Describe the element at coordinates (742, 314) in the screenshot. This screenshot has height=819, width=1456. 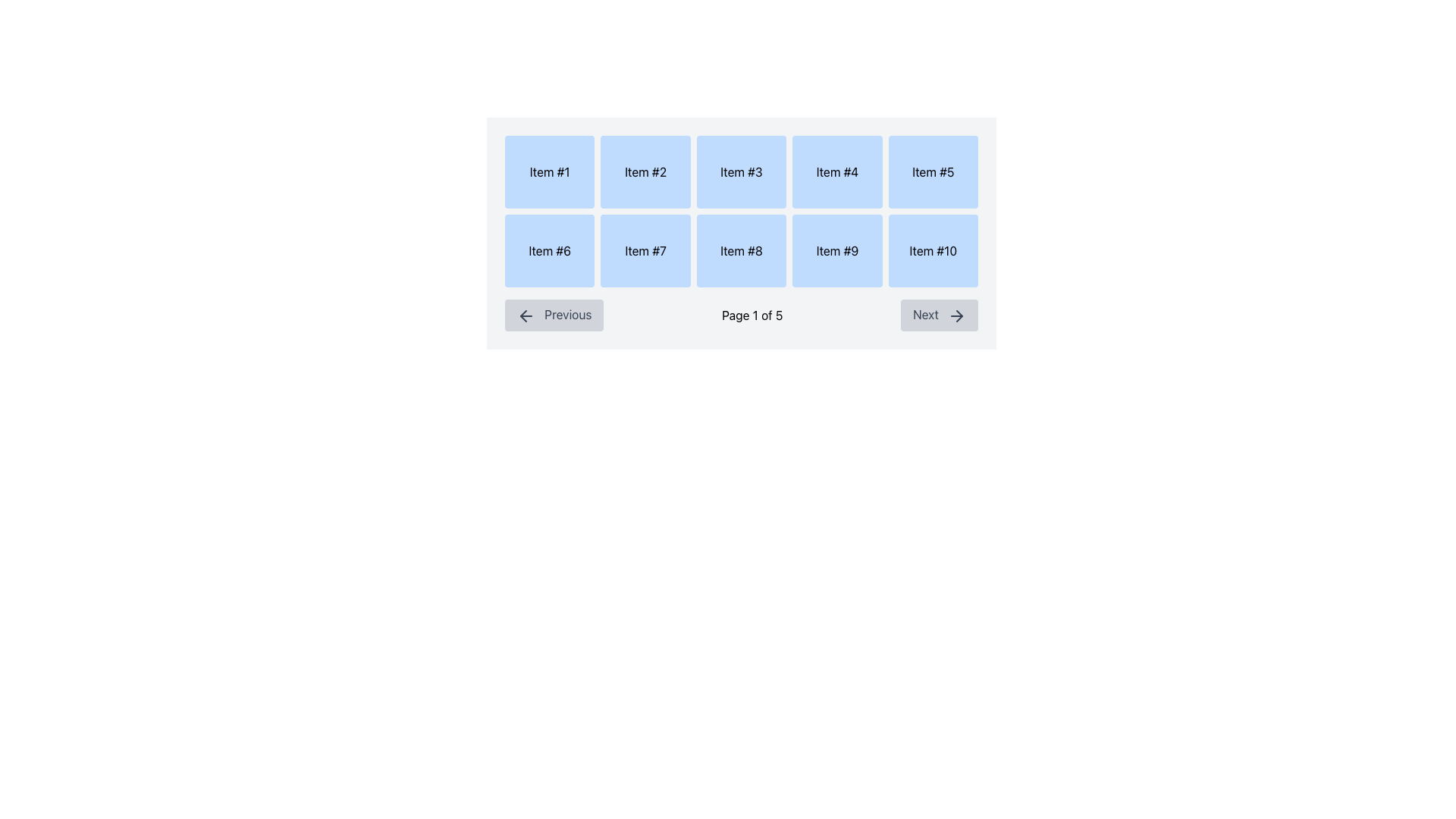
I see `page information displayed at the center of the Pagination Control, which shows 'Page 1 of 5'` at that location.